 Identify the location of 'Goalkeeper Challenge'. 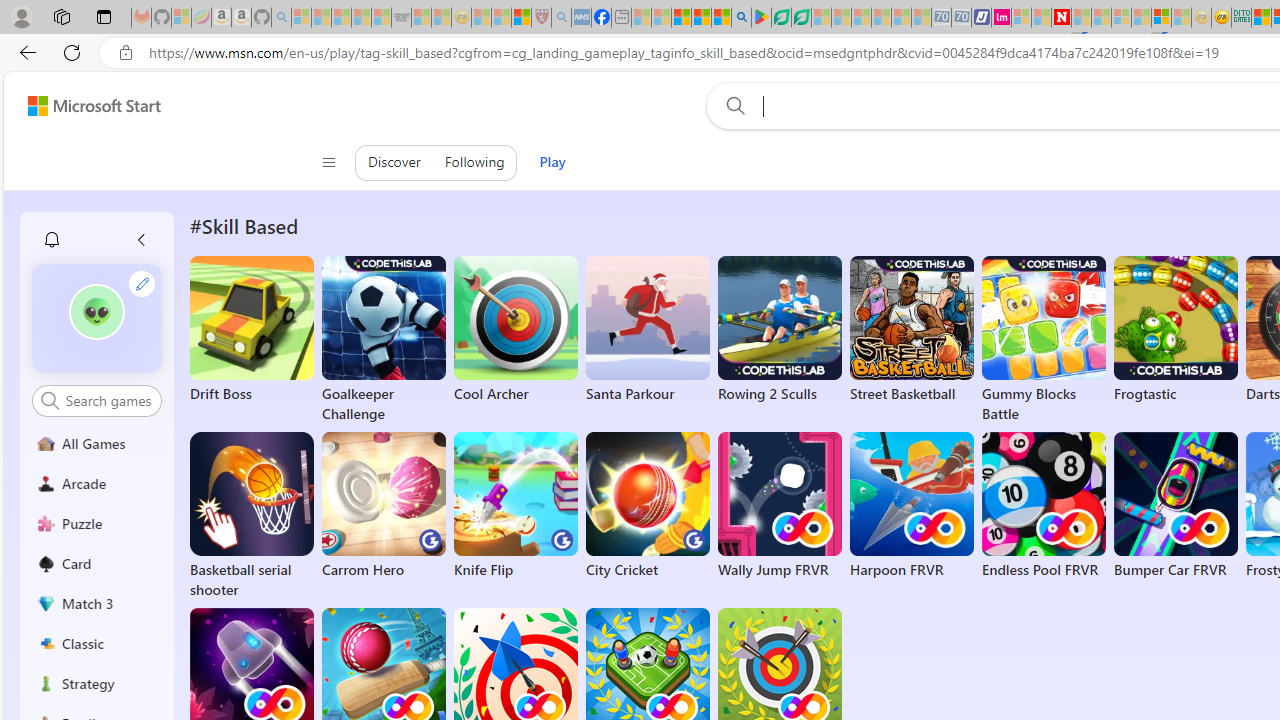
(384, 339).